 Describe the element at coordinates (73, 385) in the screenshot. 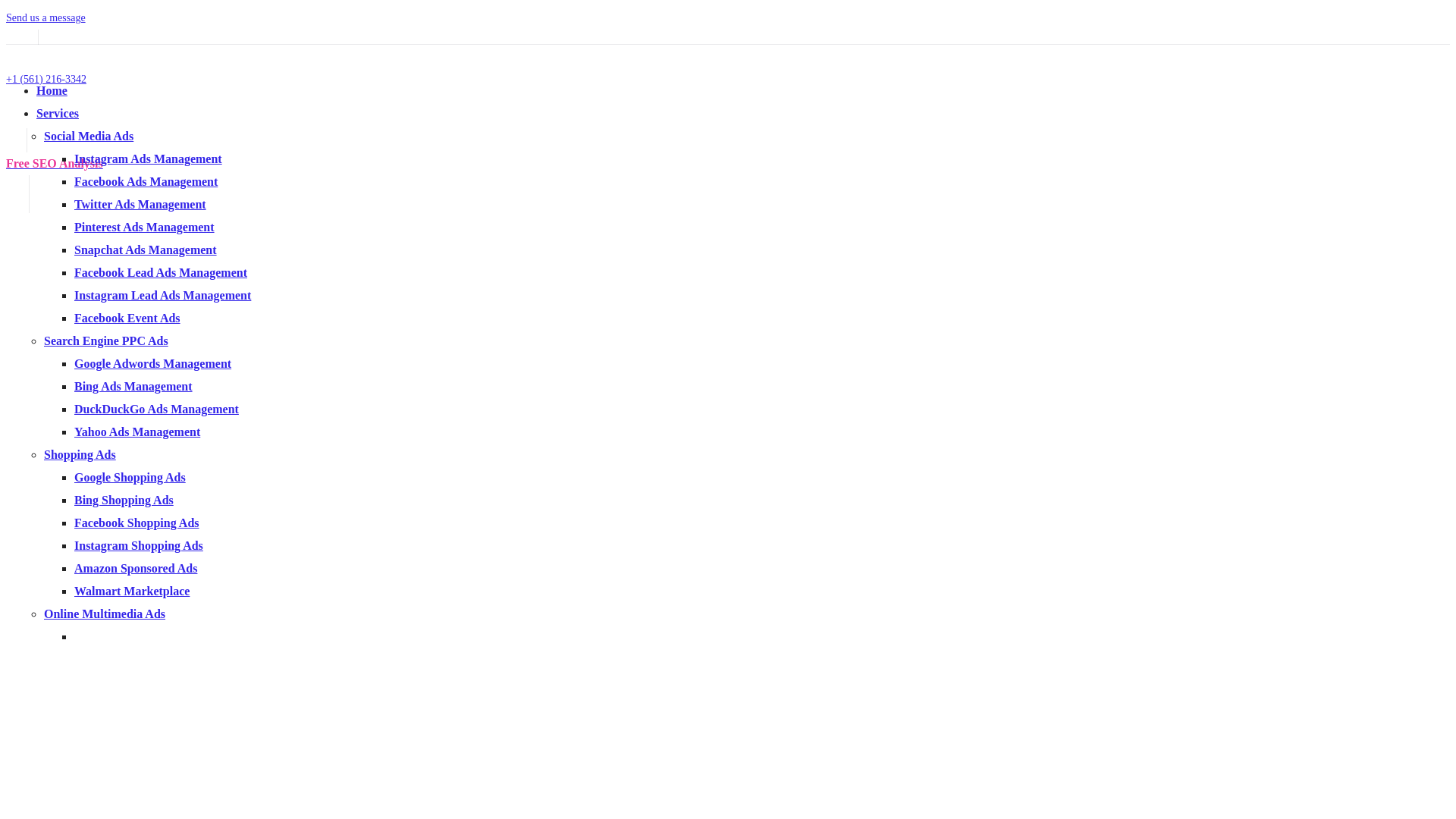

I see `'Bing Ads Management'` at that location.